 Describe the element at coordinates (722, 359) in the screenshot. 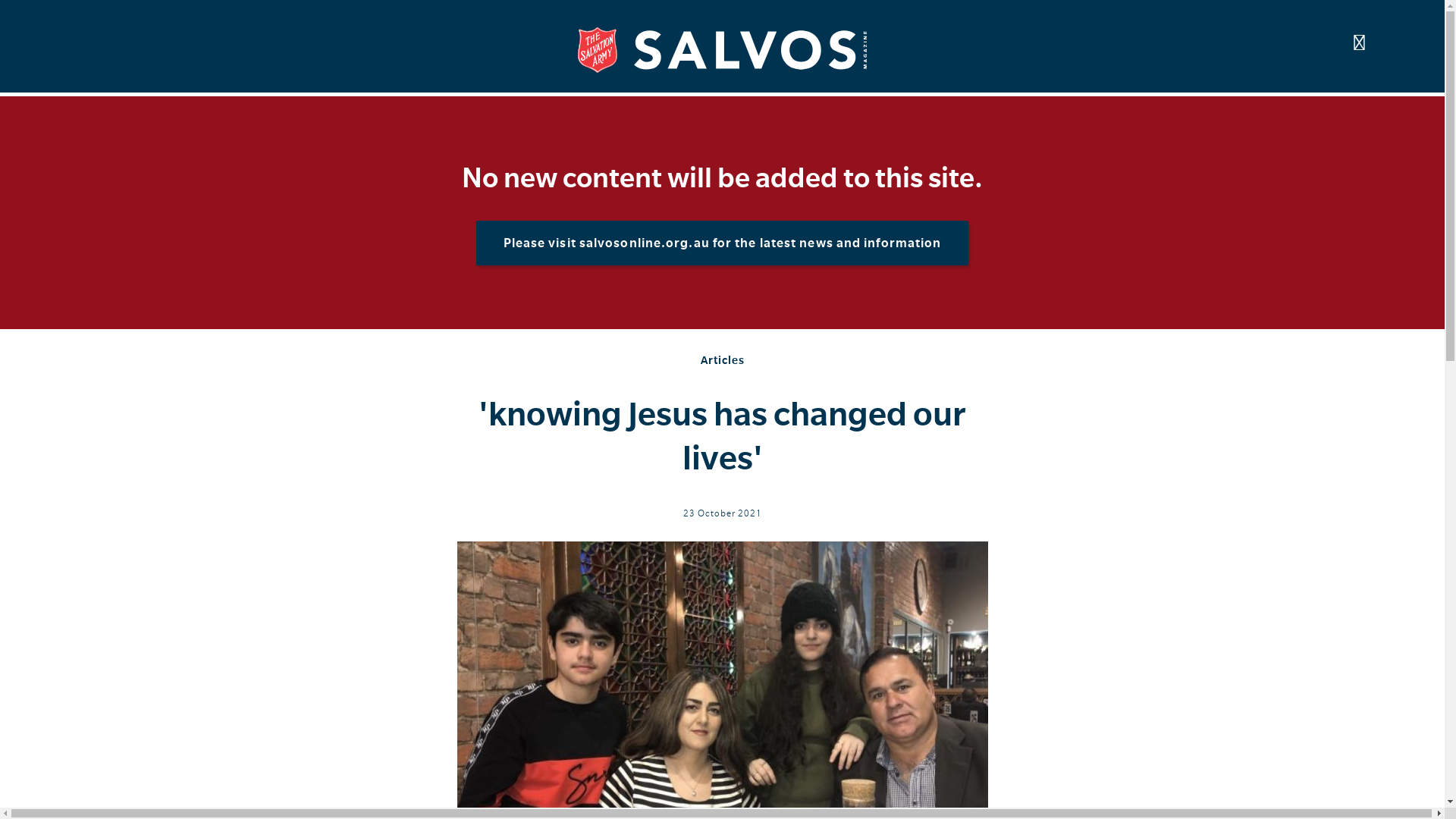

I see `'Articles'` at that location.